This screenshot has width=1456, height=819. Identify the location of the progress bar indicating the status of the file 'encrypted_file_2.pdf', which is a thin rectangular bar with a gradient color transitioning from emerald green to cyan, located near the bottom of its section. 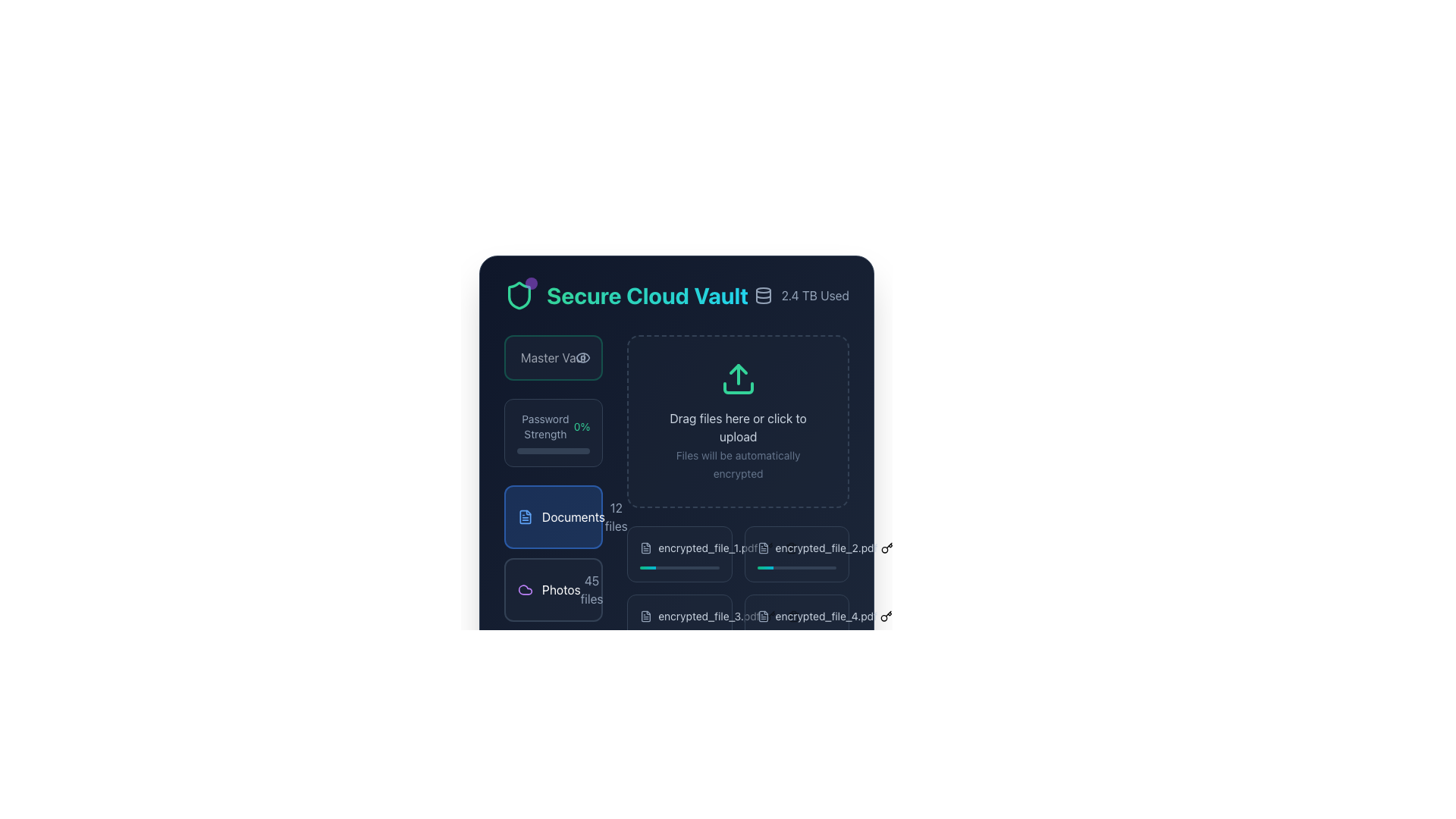
(795, 567).